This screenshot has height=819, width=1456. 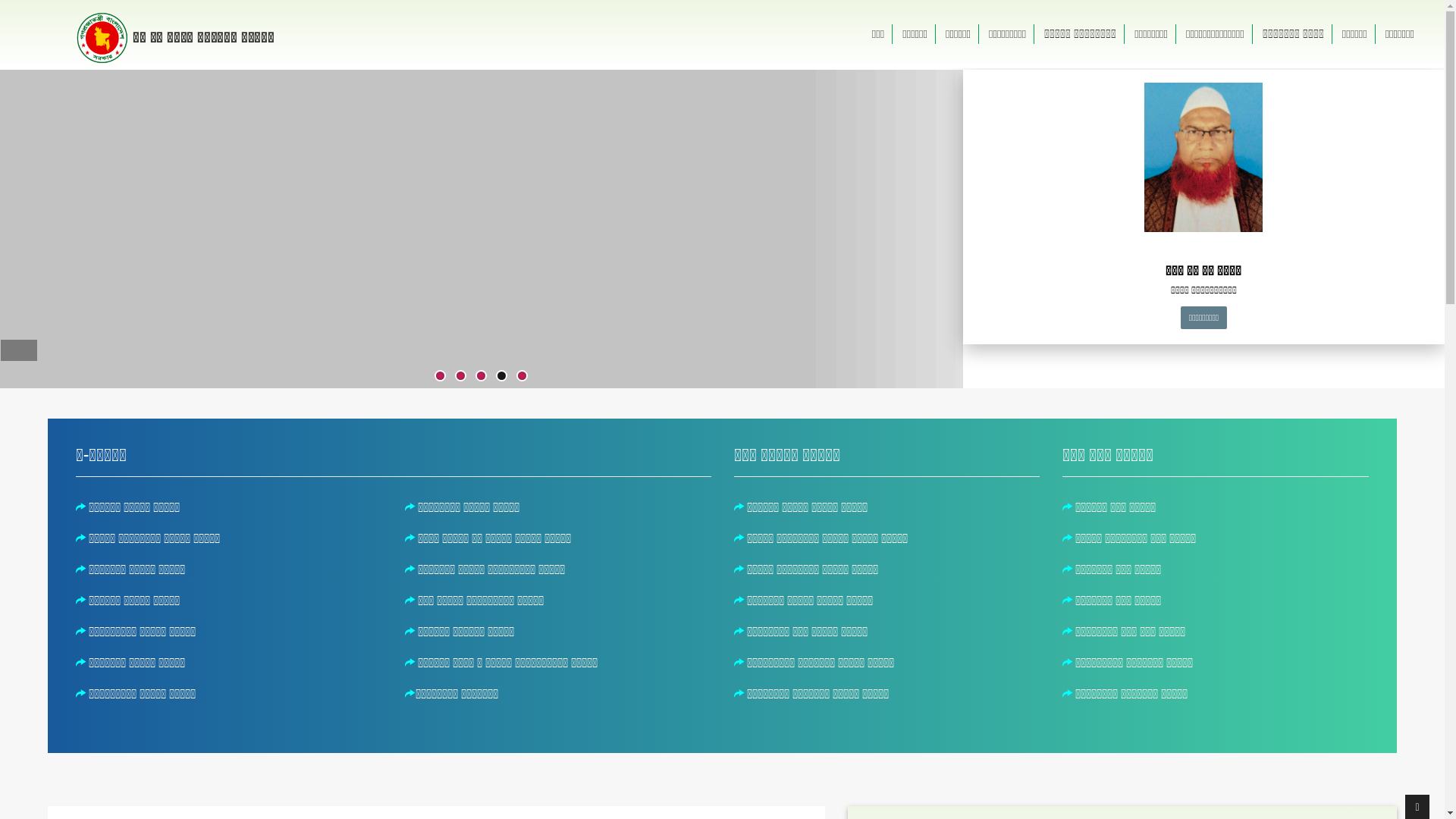 I want to click on '5', so click(x=522, y=375).